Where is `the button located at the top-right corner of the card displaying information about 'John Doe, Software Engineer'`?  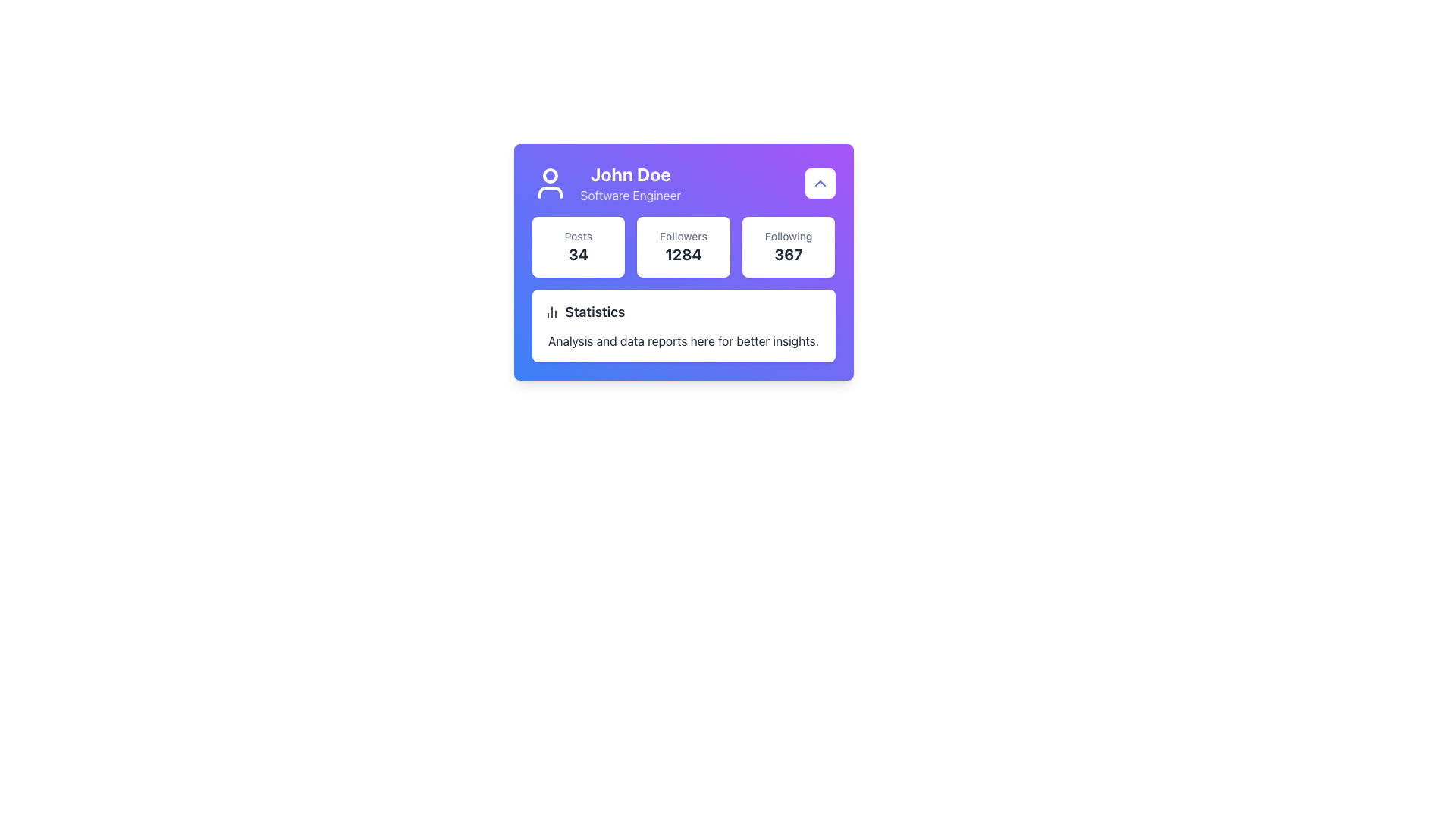
the button located at the top-right corner of the card displaying information about 'John Doe, Software Engineer' is located at coordinates (819, 183).